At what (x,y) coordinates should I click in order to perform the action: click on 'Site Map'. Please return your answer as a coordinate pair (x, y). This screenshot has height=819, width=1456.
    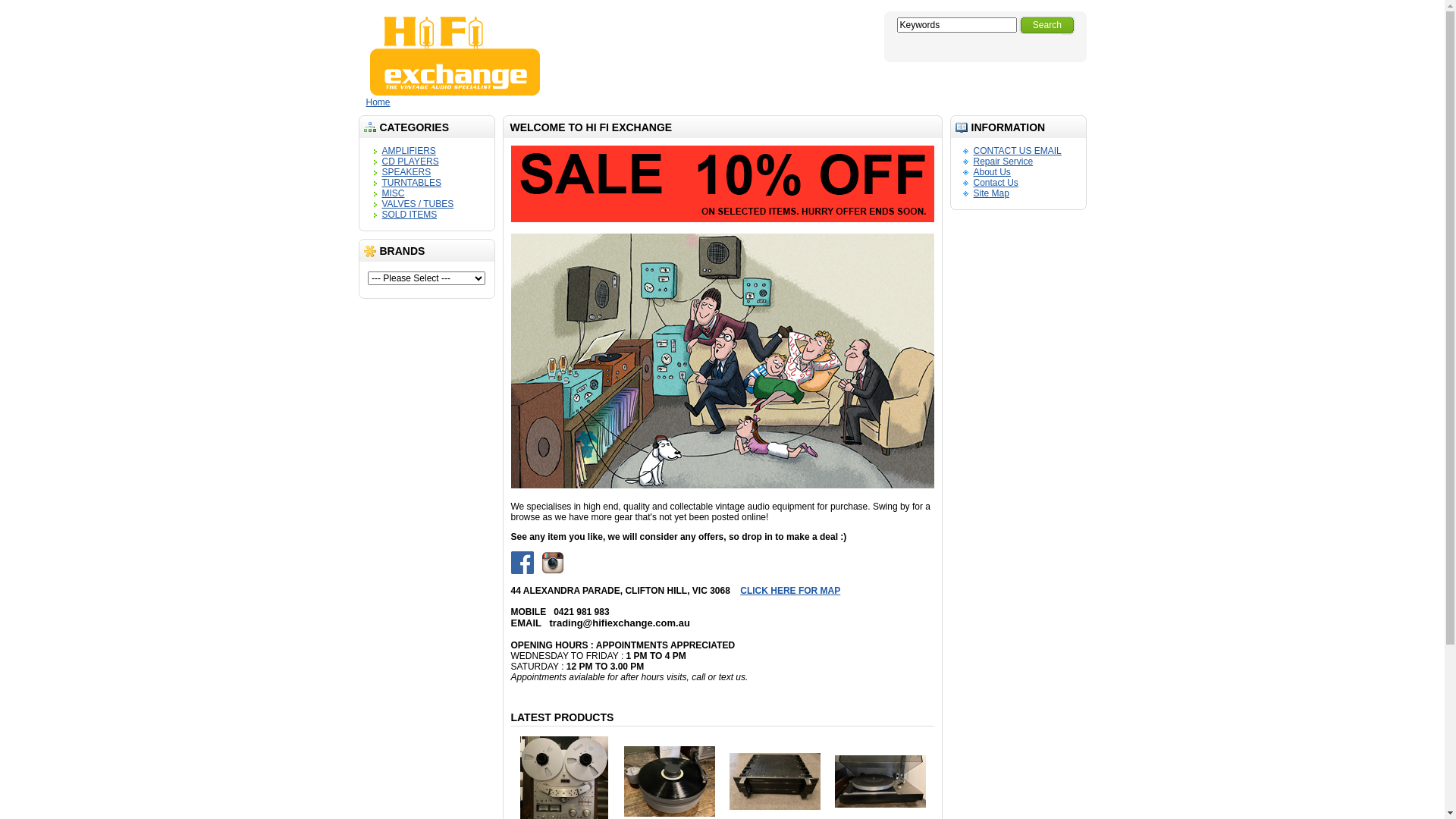
    Looking at the image, I should click on (991, 192).